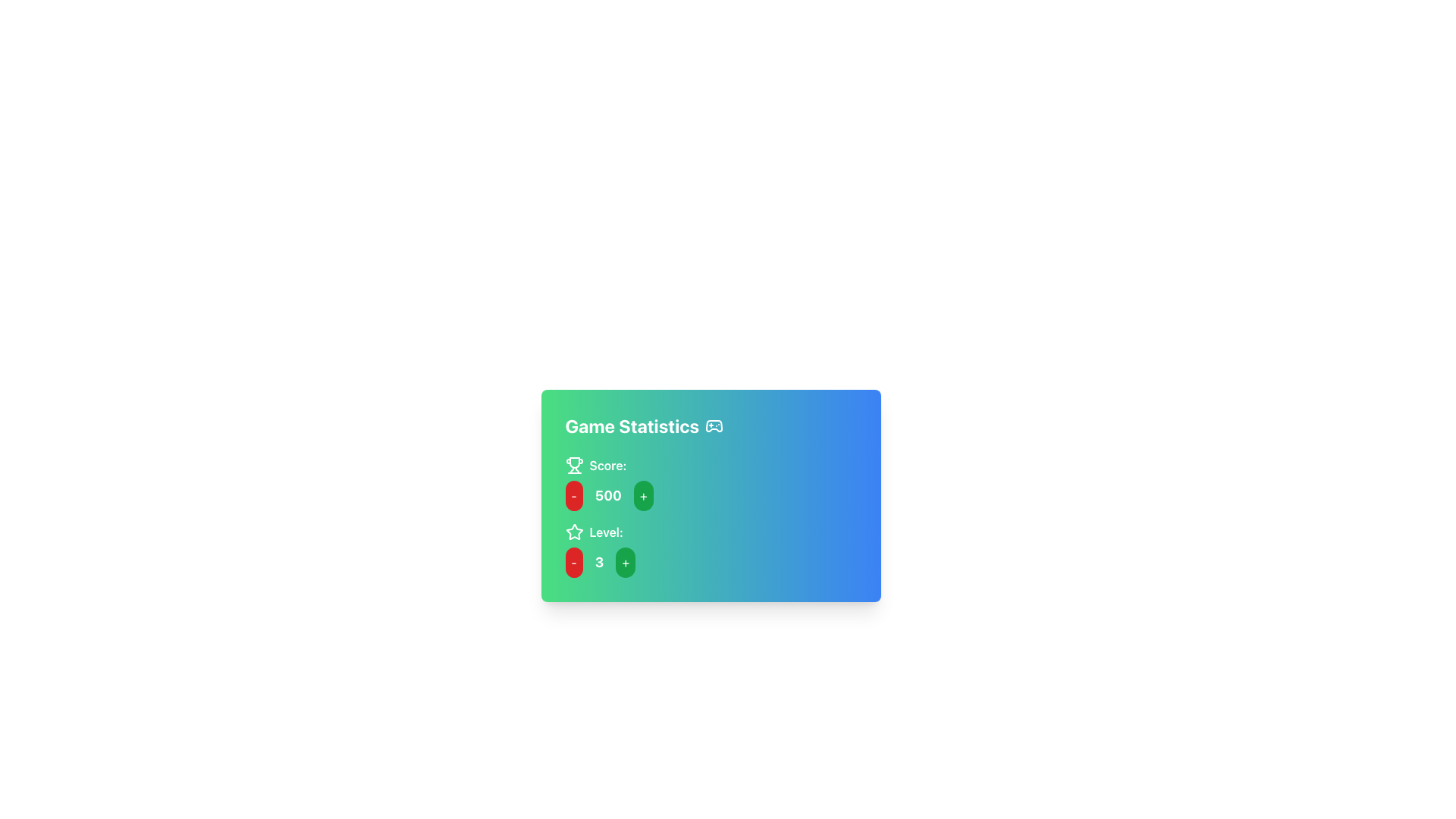 The image size is (1456, 819). What do you see at coordinates (710, 483) in the screenshot?
I see `current score value displayed in the interactive score control group labeled 'Score:' with buttons for increasing and decreasing the score` at bounding box center [710, 483].